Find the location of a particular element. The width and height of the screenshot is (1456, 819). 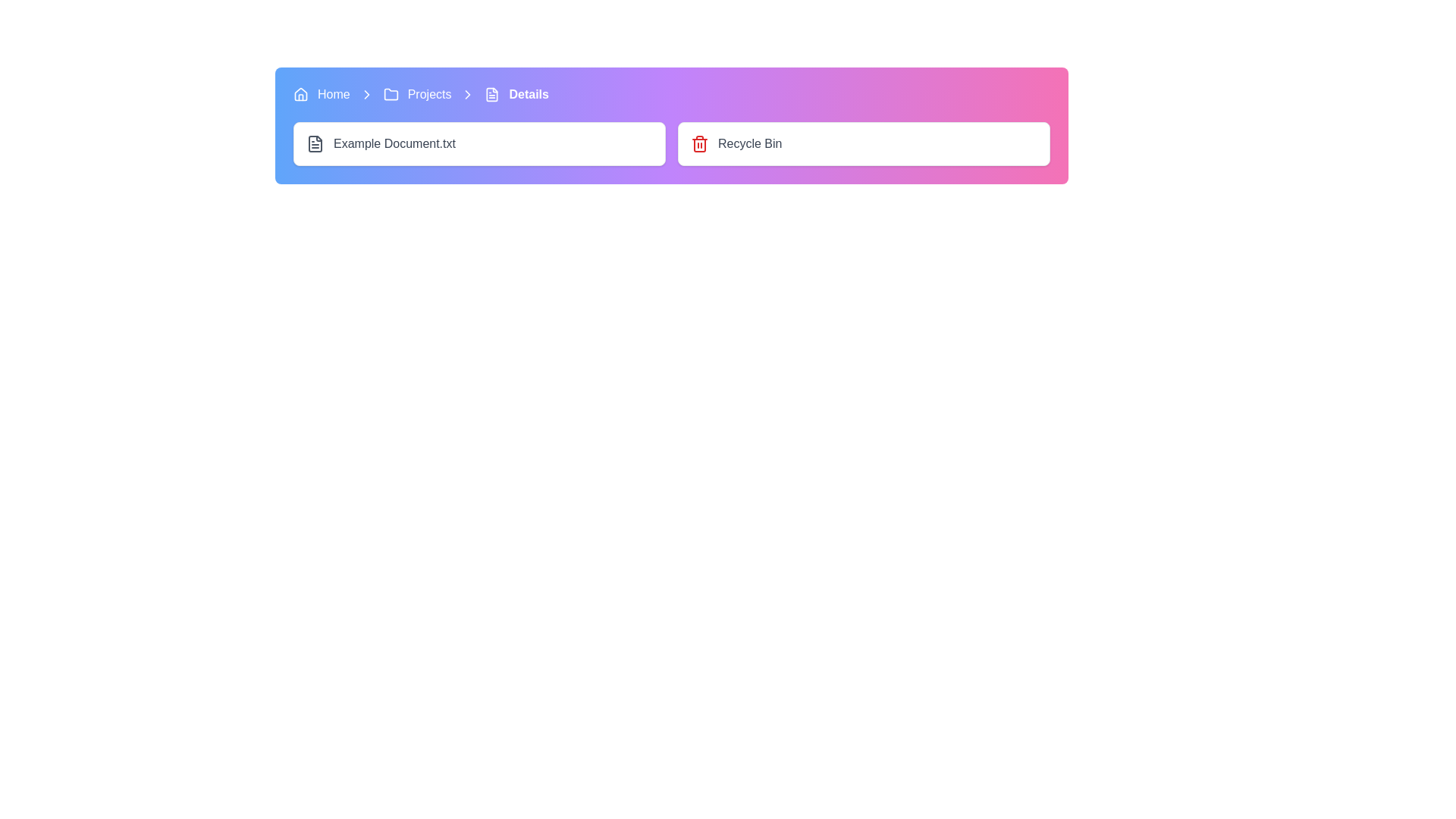

the 'Home' icon in the navigation bar, which is the first component in the breadcrumb navigation, visually indicating the starting point of the hierarchy is located at coordinates (301, 94).